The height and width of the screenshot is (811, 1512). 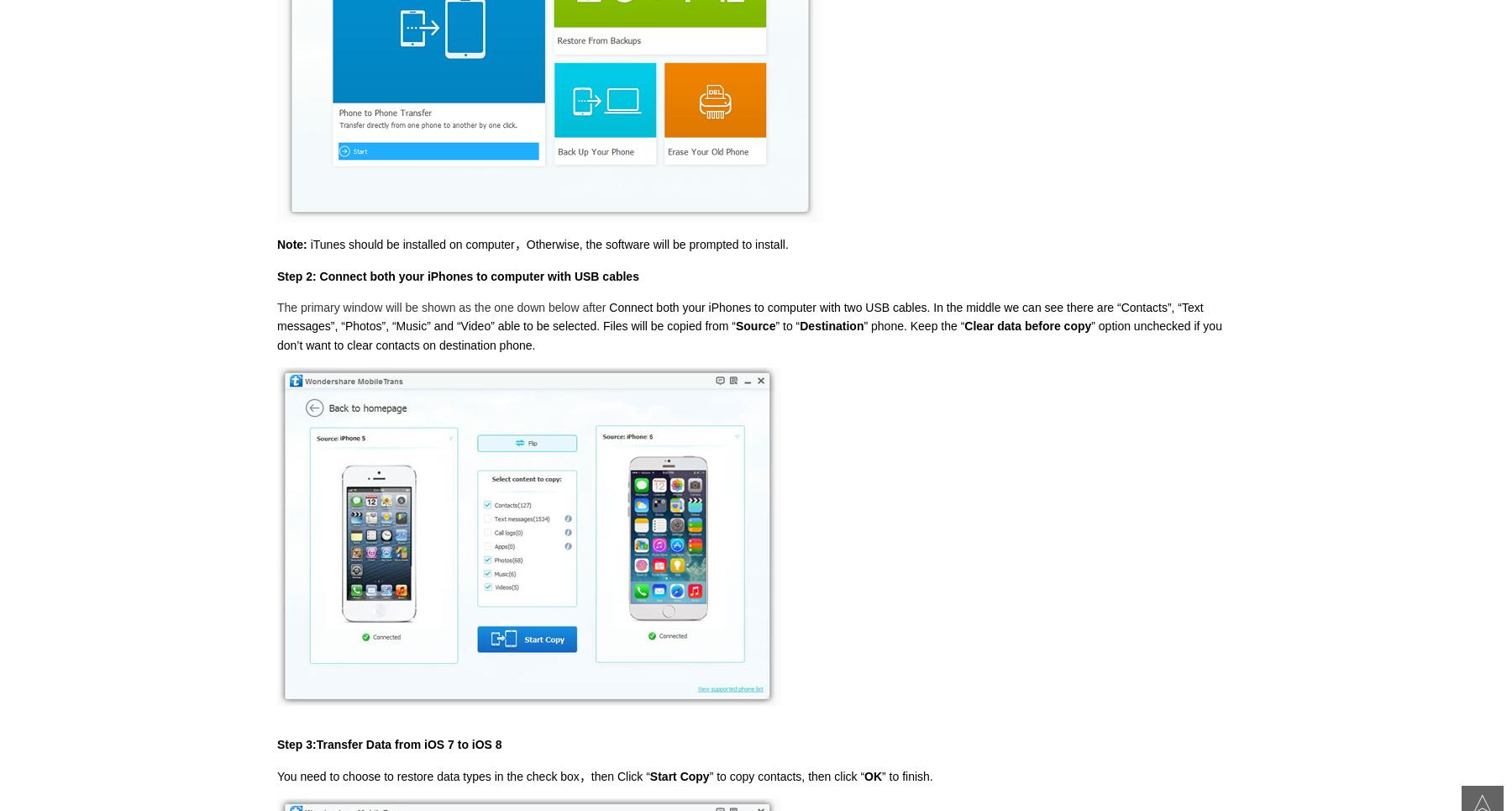 I want to click on 'Note:', so click(x=291, y=245).